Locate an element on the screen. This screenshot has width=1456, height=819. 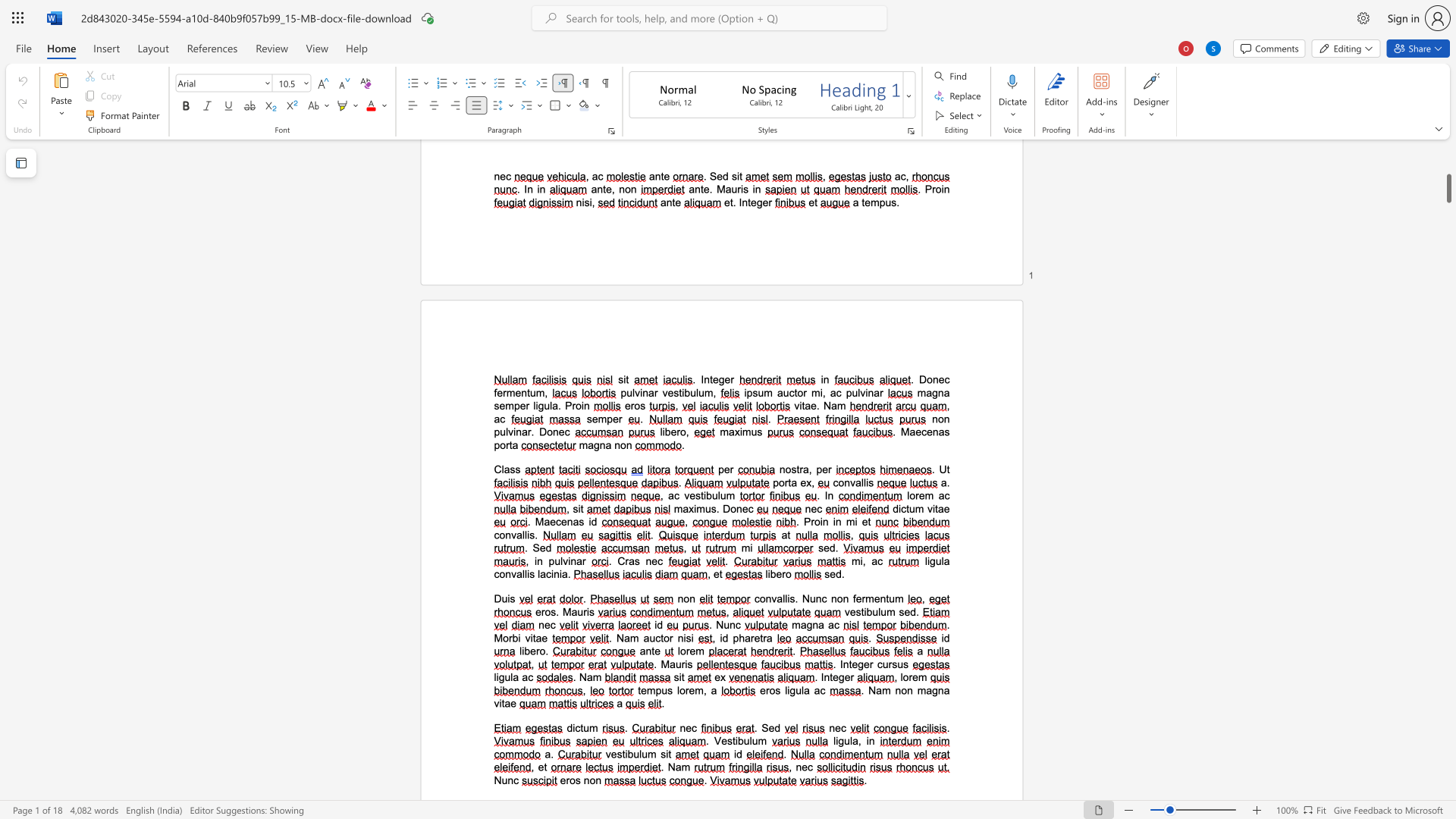
the space between the continuous character "v" and "a" in the text is located at coordinates (777, 598).